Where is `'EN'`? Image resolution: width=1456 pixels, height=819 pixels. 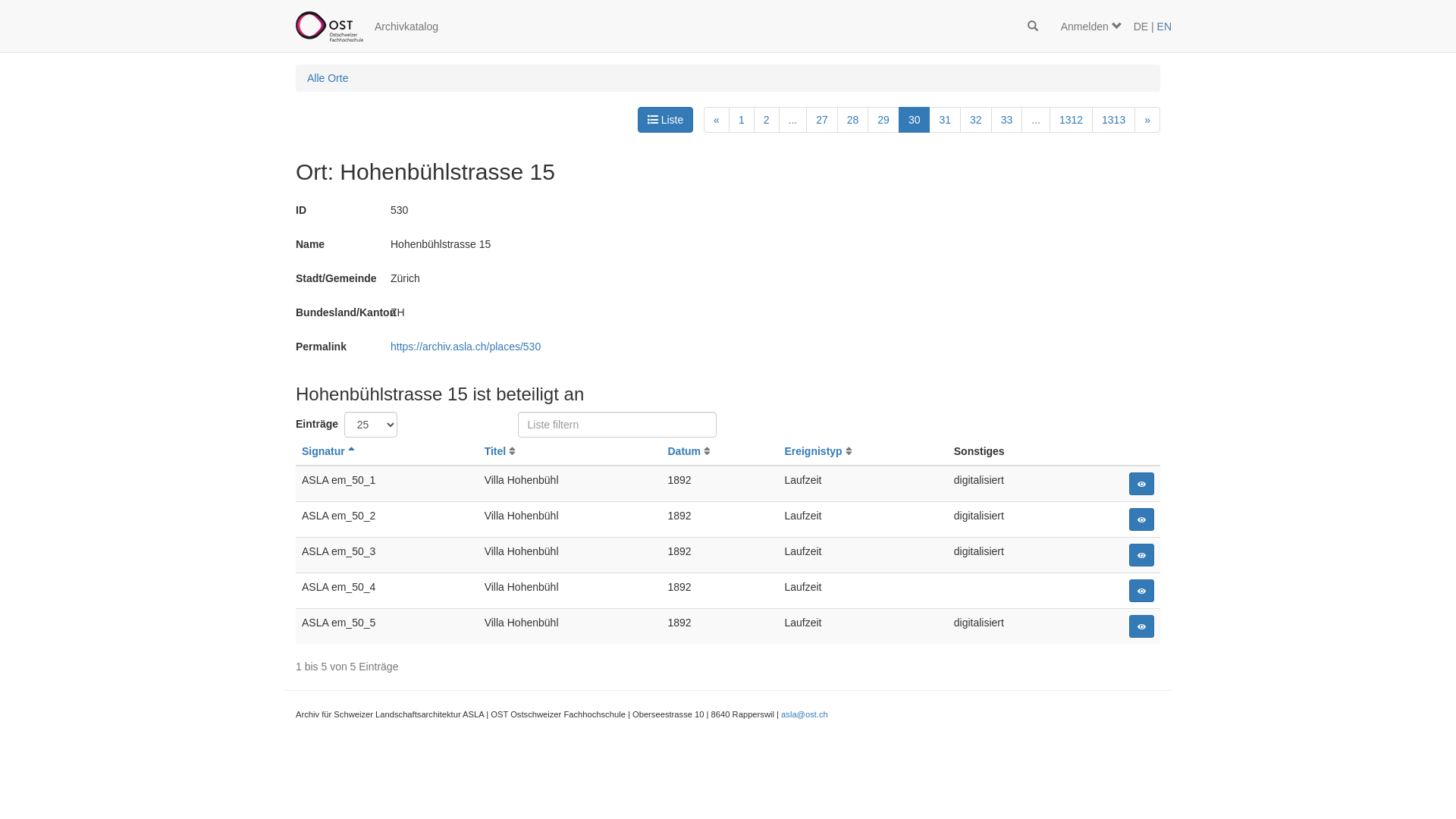
'EN' is located at coordinates (1163, 26).